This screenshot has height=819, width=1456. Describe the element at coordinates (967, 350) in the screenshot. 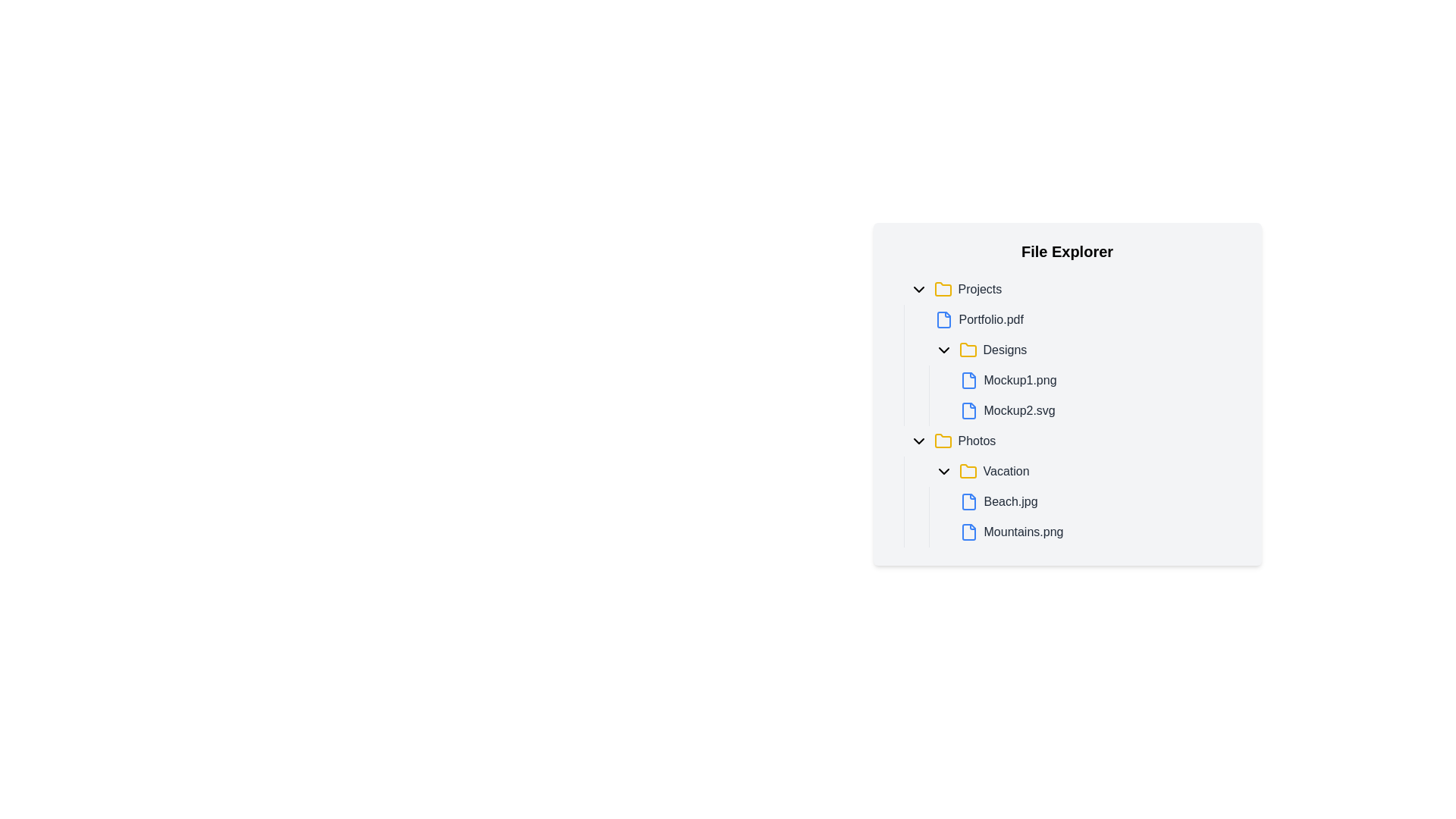

I see `the yellow folder icon representing the 'Designs' subfolder under the 'Projects' main folder` at that location.